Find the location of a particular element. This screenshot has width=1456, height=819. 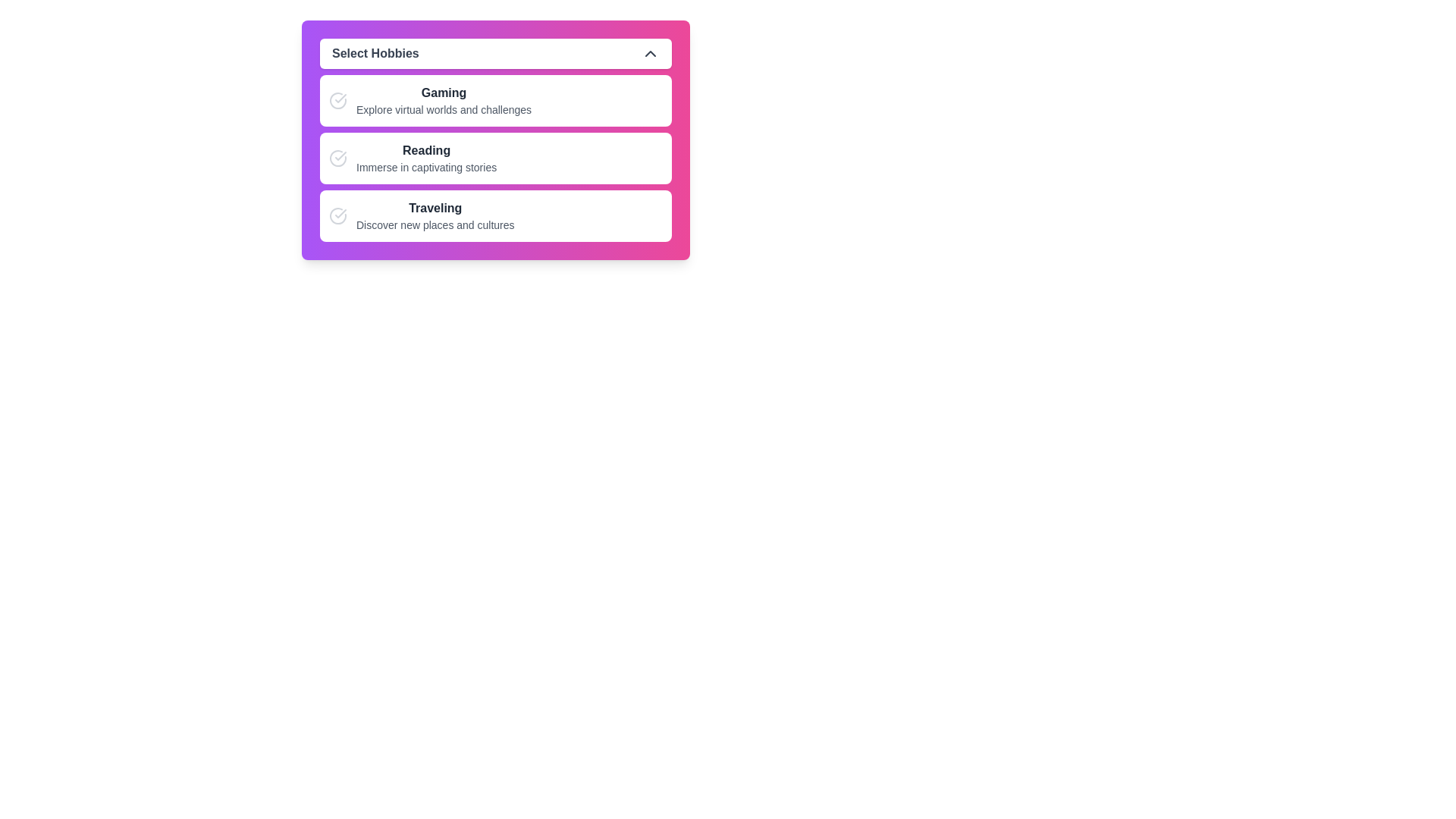

the upward-pointing chevron icon located at the top right corner of the 'Select Hobbies' button is located at coordinates (651, 52).